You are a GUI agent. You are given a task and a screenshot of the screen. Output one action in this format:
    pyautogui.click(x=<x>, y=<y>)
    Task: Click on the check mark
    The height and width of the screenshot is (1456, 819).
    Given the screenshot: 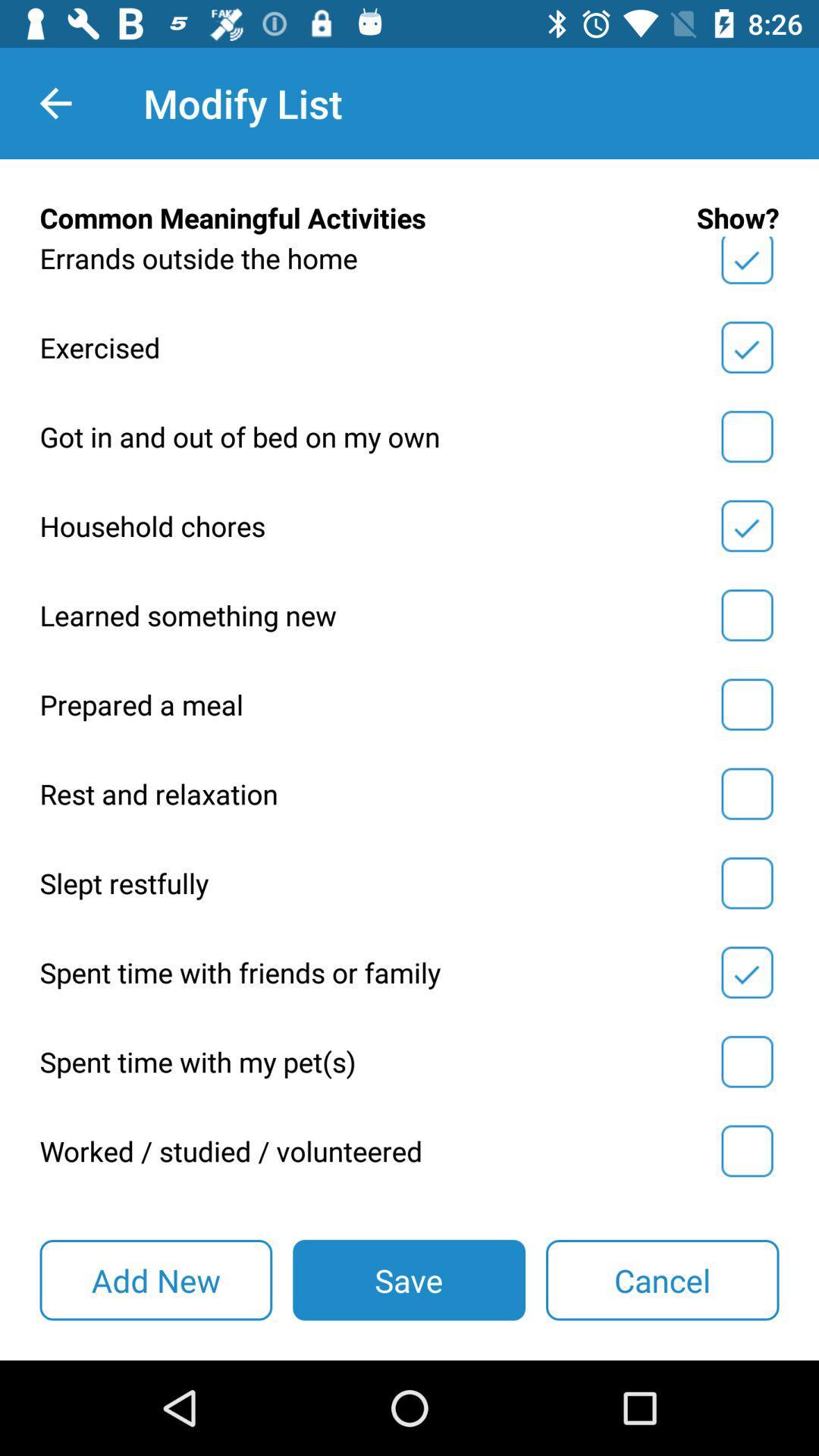 What is the action you would take?
    pyautogui.click(x=746, y=1061)
    